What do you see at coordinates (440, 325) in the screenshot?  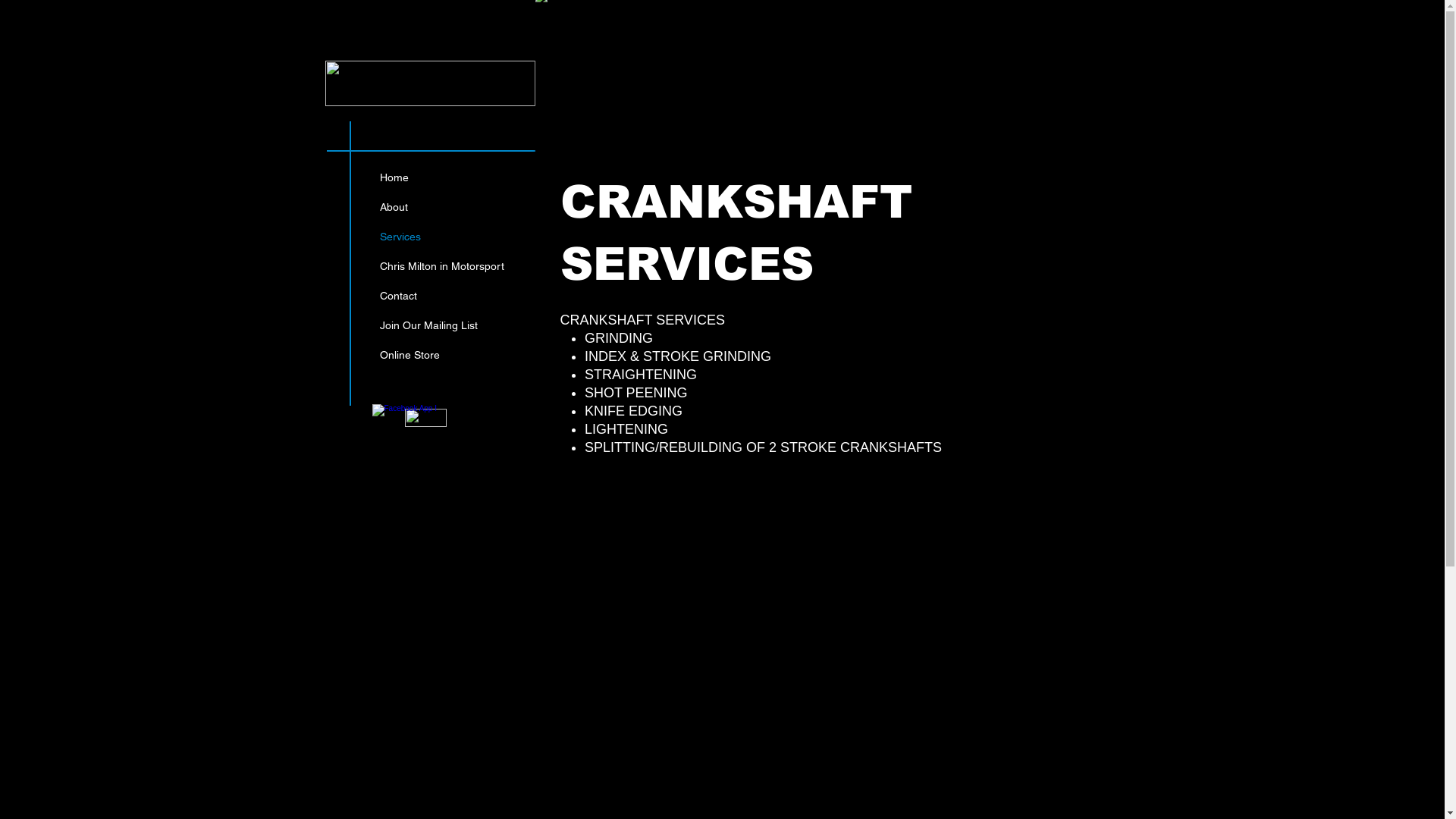 I see `'Join Our Mailing List'` at bounding box center [440, 325].